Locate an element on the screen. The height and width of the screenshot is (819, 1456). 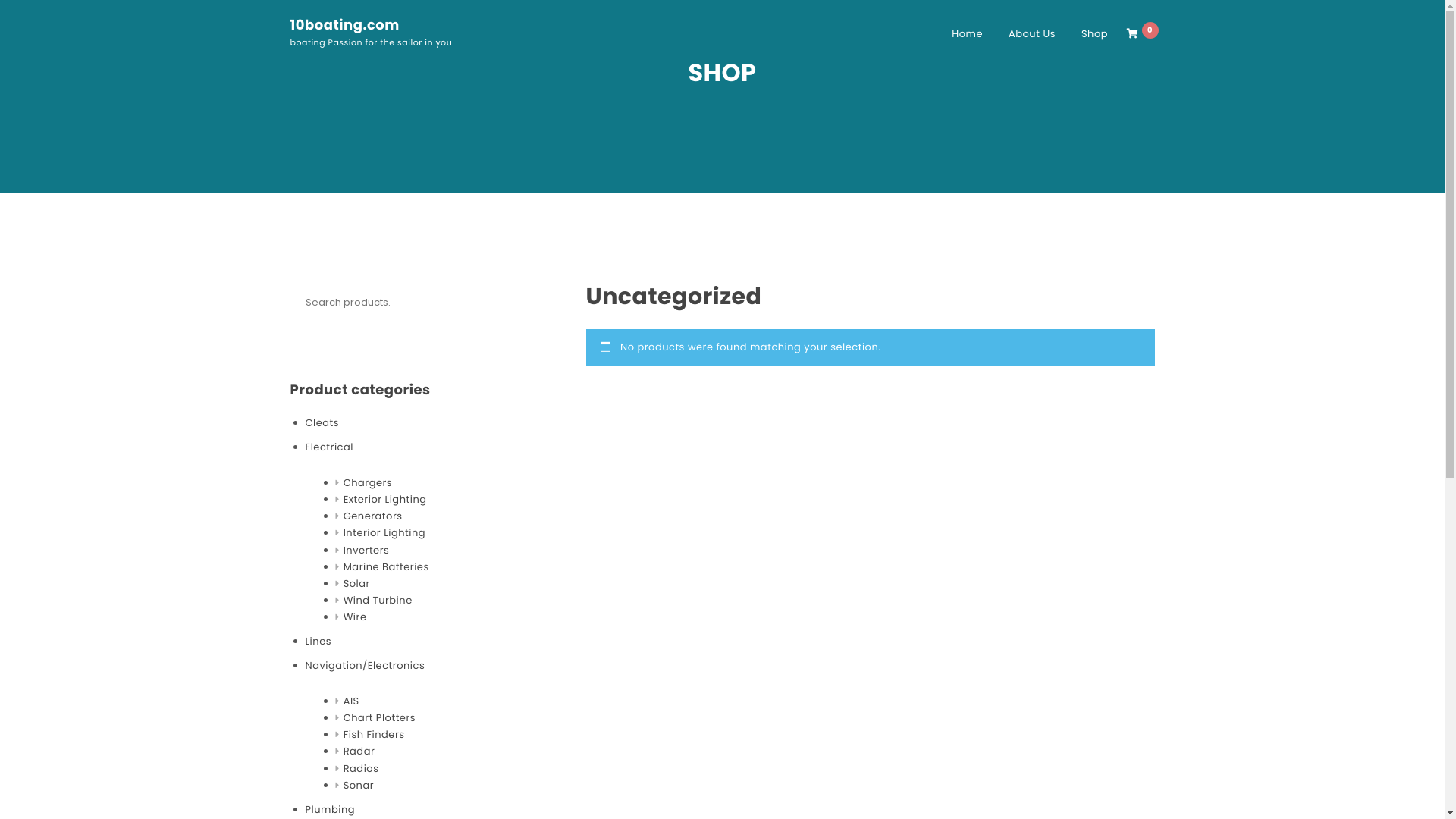
'Skip to content' is located at coordinates (0, 0).